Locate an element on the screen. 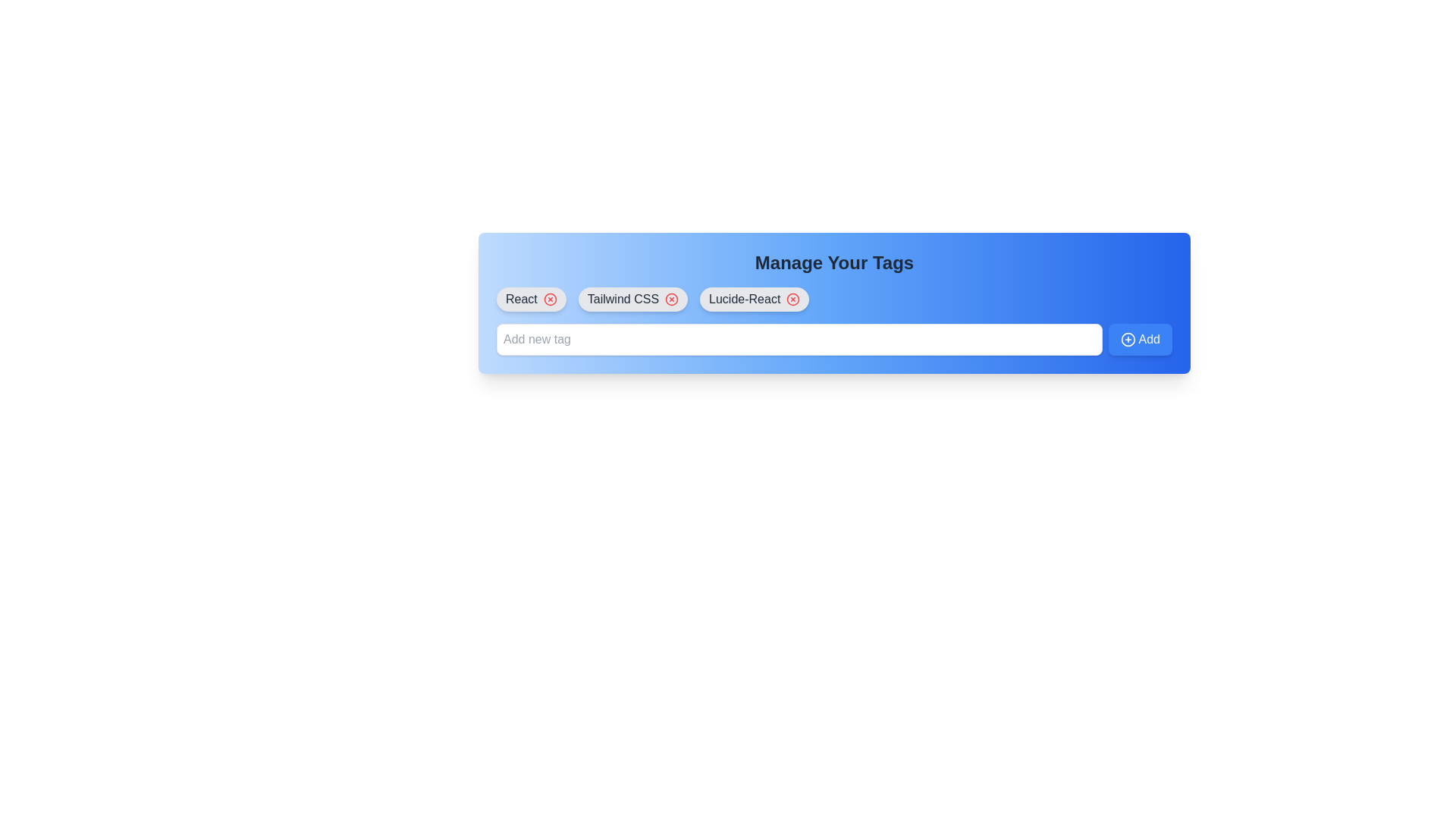  the red circular SVG element with a stroke width of 2 that serves as the close button for the 'React' tag is located at coordinates (549, 299).